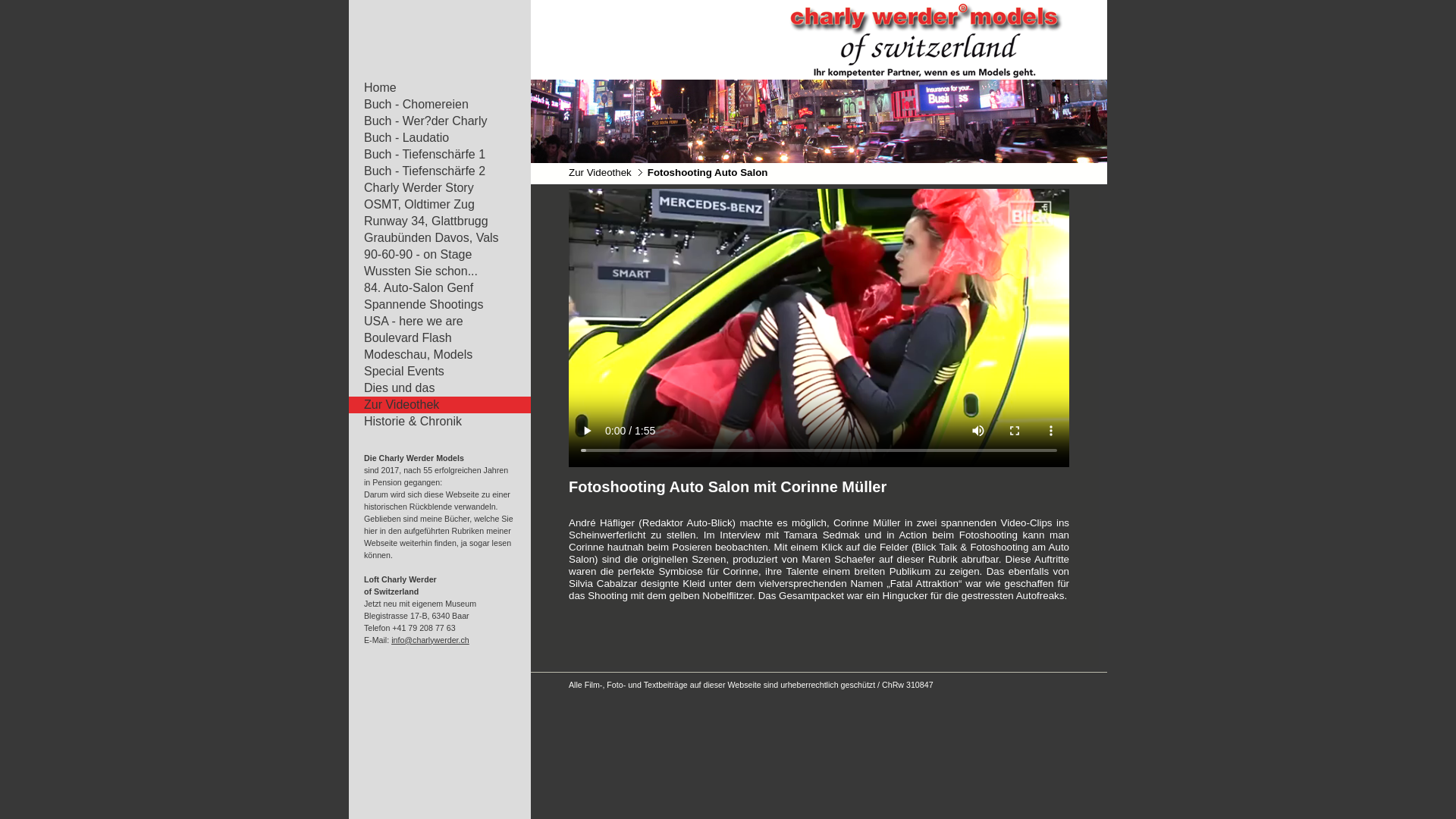  I want to click on 'Charly Werder Story', so click(431, 187).